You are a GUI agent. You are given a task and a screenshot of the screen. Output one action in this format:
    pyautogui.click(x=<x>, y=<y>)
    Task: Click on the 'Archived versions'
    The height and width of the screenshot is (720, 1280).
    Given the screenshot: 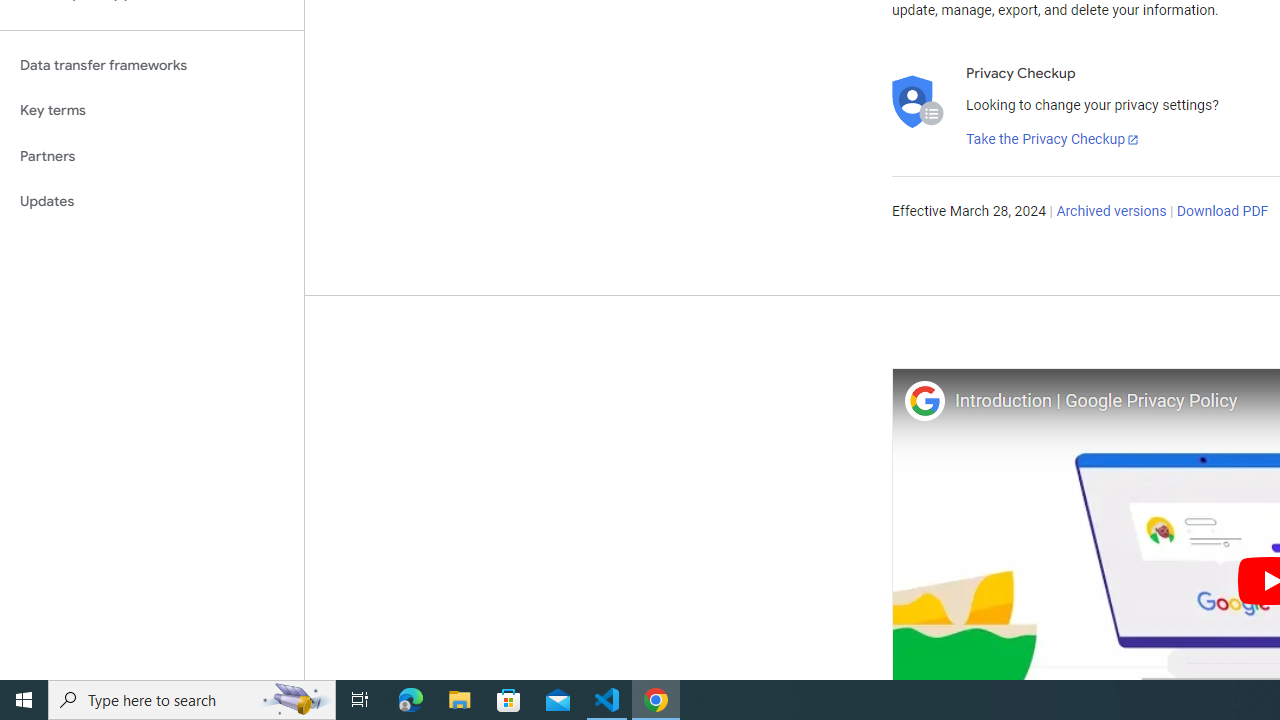 What is the action you would take?
    pyautogui.click(x=1110, y=212)
    